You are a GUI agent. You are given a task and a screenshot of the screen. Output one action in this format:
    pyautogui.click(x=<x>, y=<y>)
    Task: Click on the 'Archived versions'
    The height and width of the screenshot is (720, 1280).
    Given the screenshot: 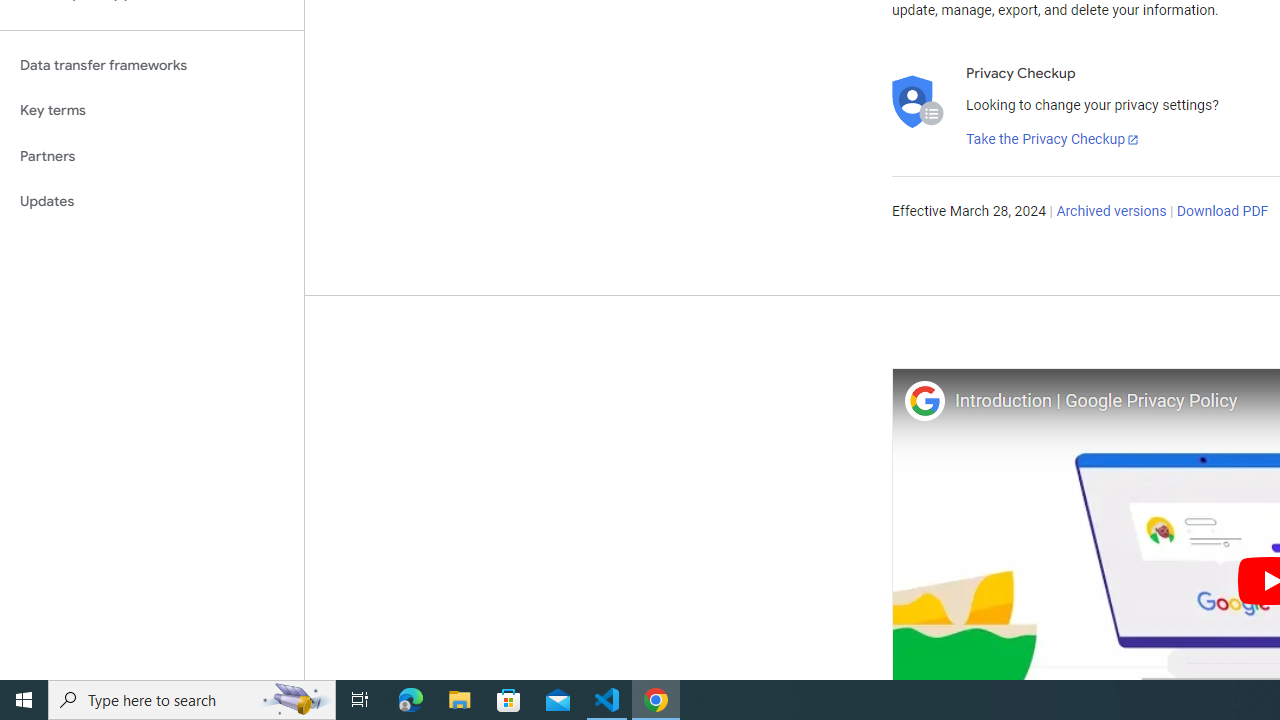 What is the action you would take?
    pyautogui.click(x=1110, y=212)
    